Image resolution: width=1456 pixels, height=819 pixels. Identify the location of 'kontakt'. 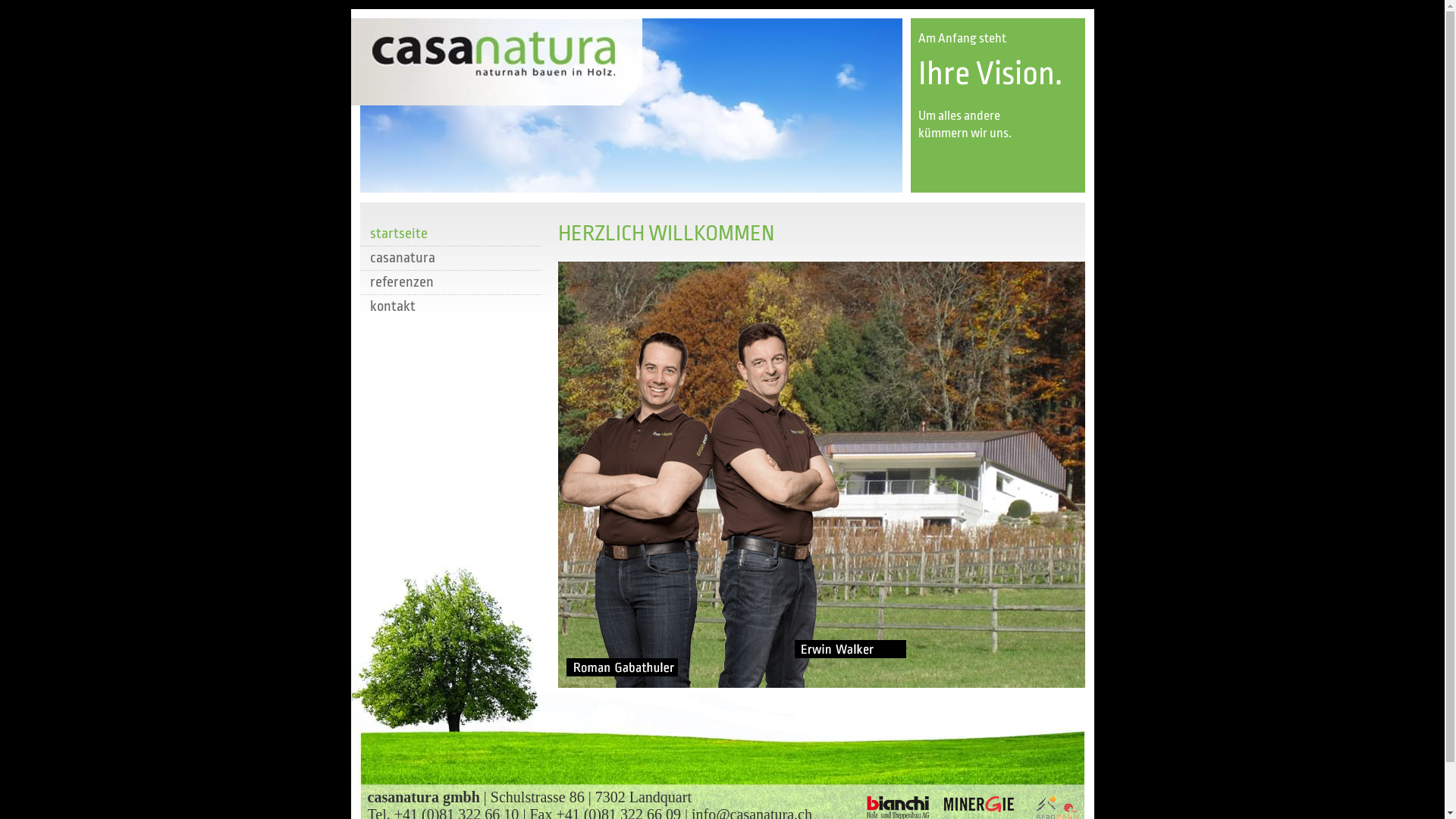
(450, 306).